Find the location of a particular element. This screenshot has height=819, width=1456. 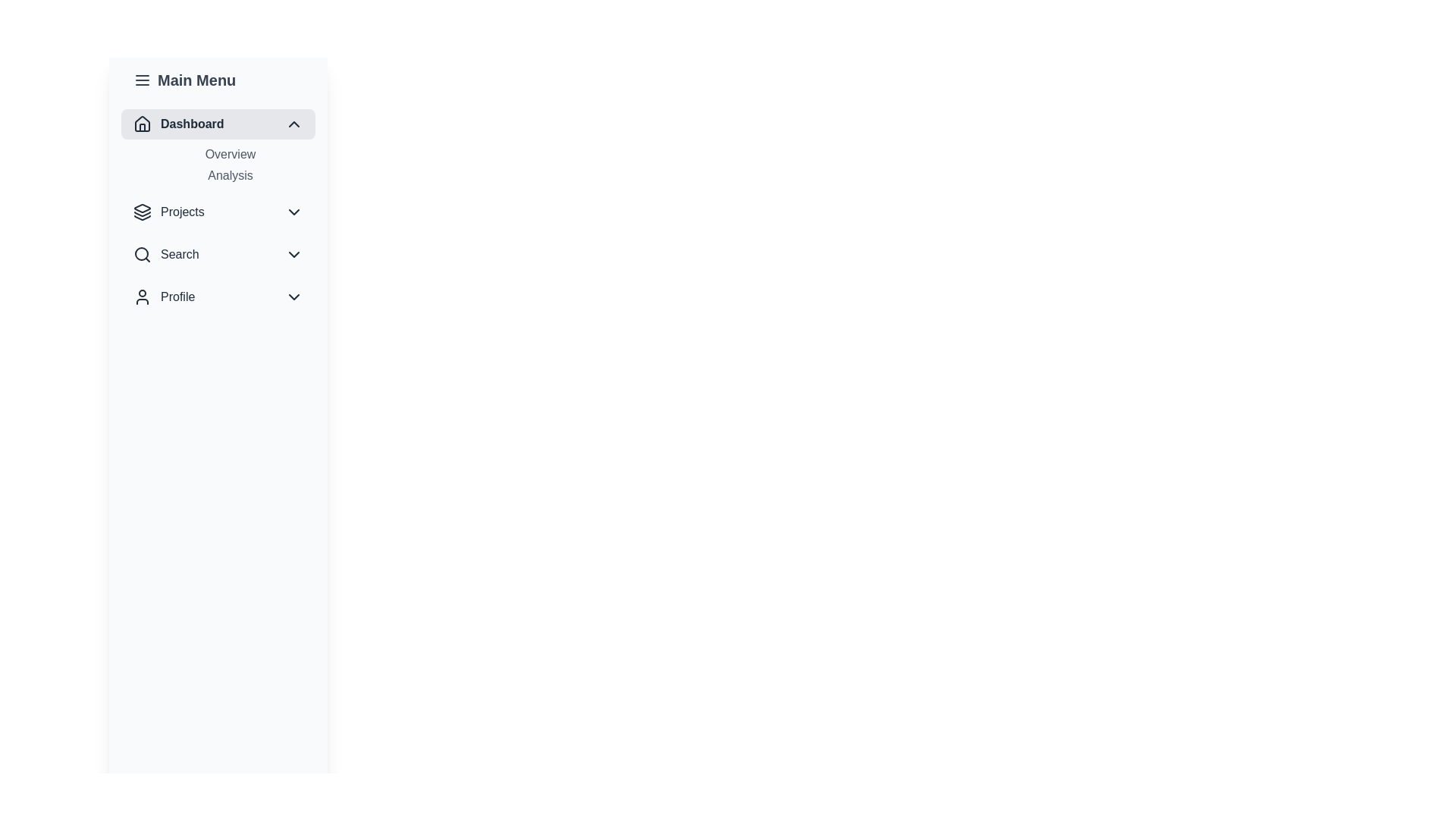

the chevron-down icon next to the 'Search' menu item is located at coordinates (294, 253).